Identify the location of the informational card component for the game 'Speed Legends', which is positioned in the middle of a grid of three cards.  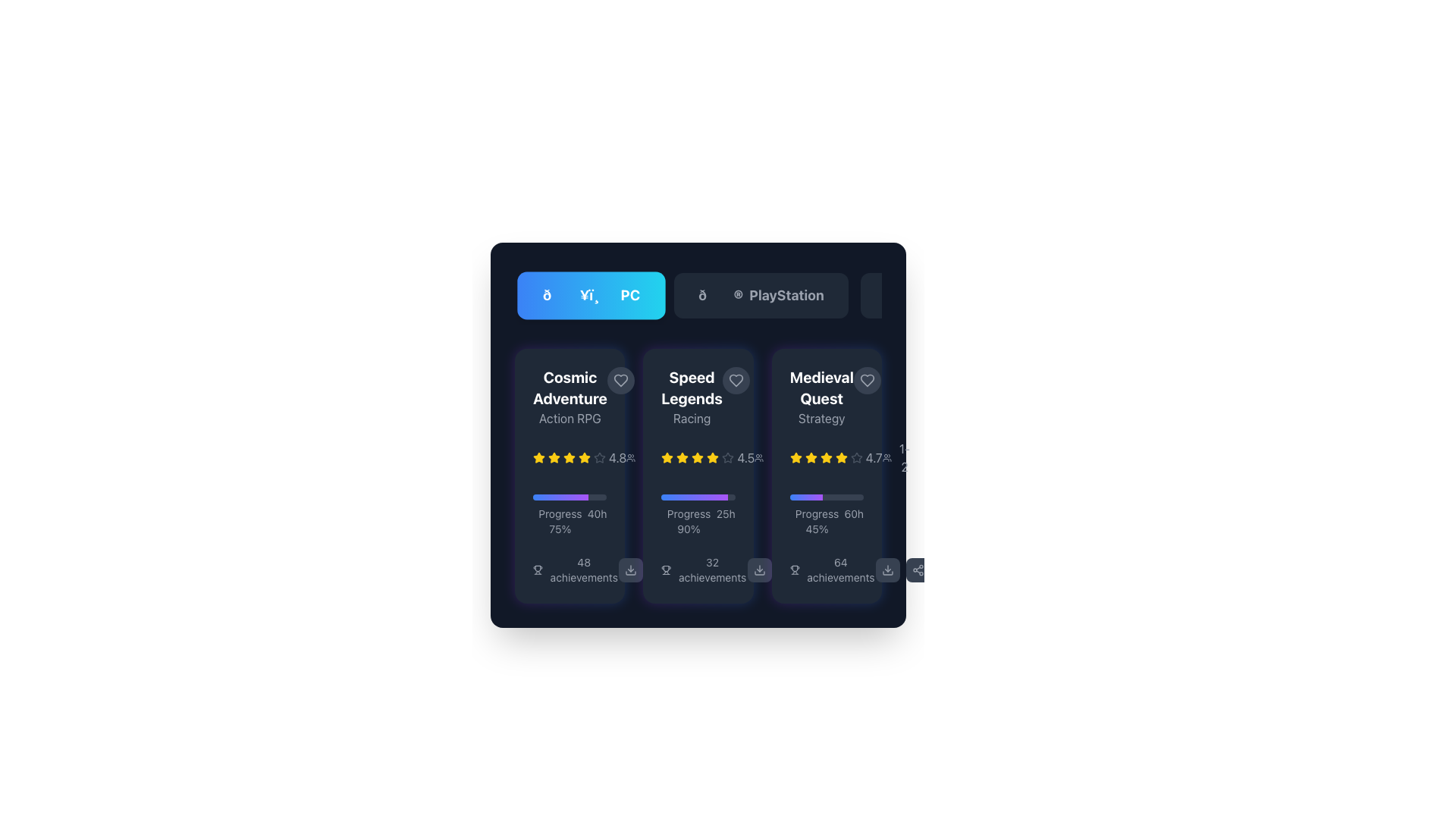
(698, 475).